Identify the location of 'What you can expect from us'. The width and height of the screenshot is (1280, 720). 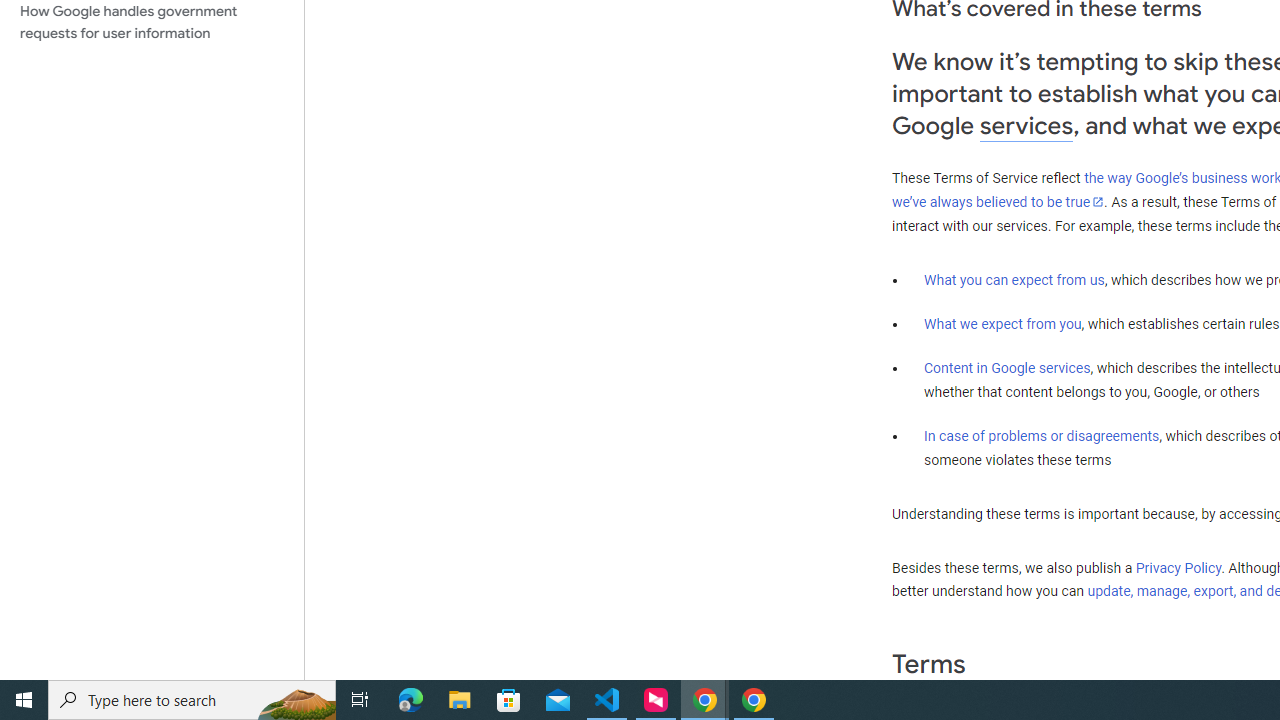
(1014, 279).